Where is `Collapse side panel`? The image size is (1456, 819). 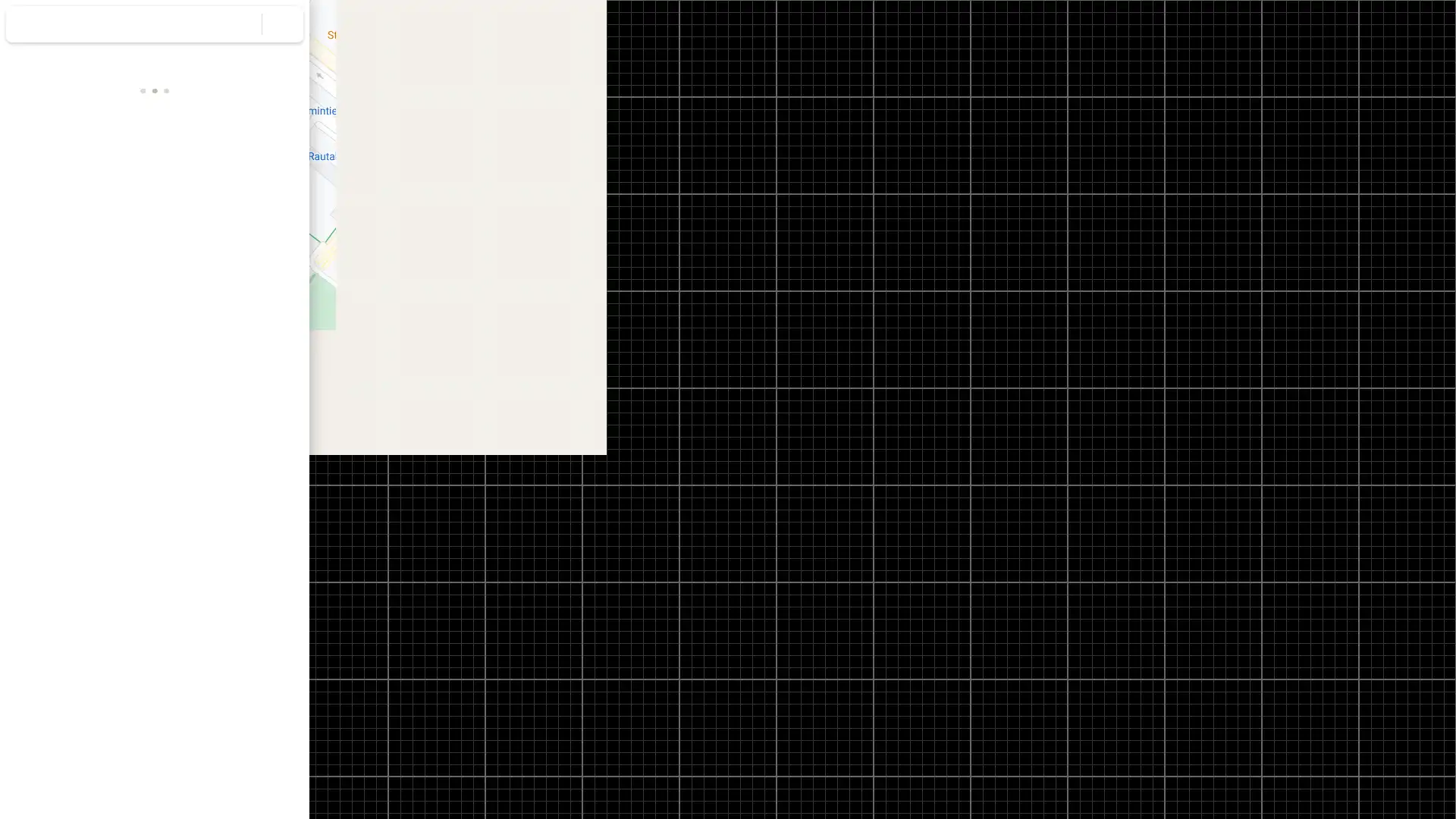
Collapse side panel is located at coordinates (251, 409).